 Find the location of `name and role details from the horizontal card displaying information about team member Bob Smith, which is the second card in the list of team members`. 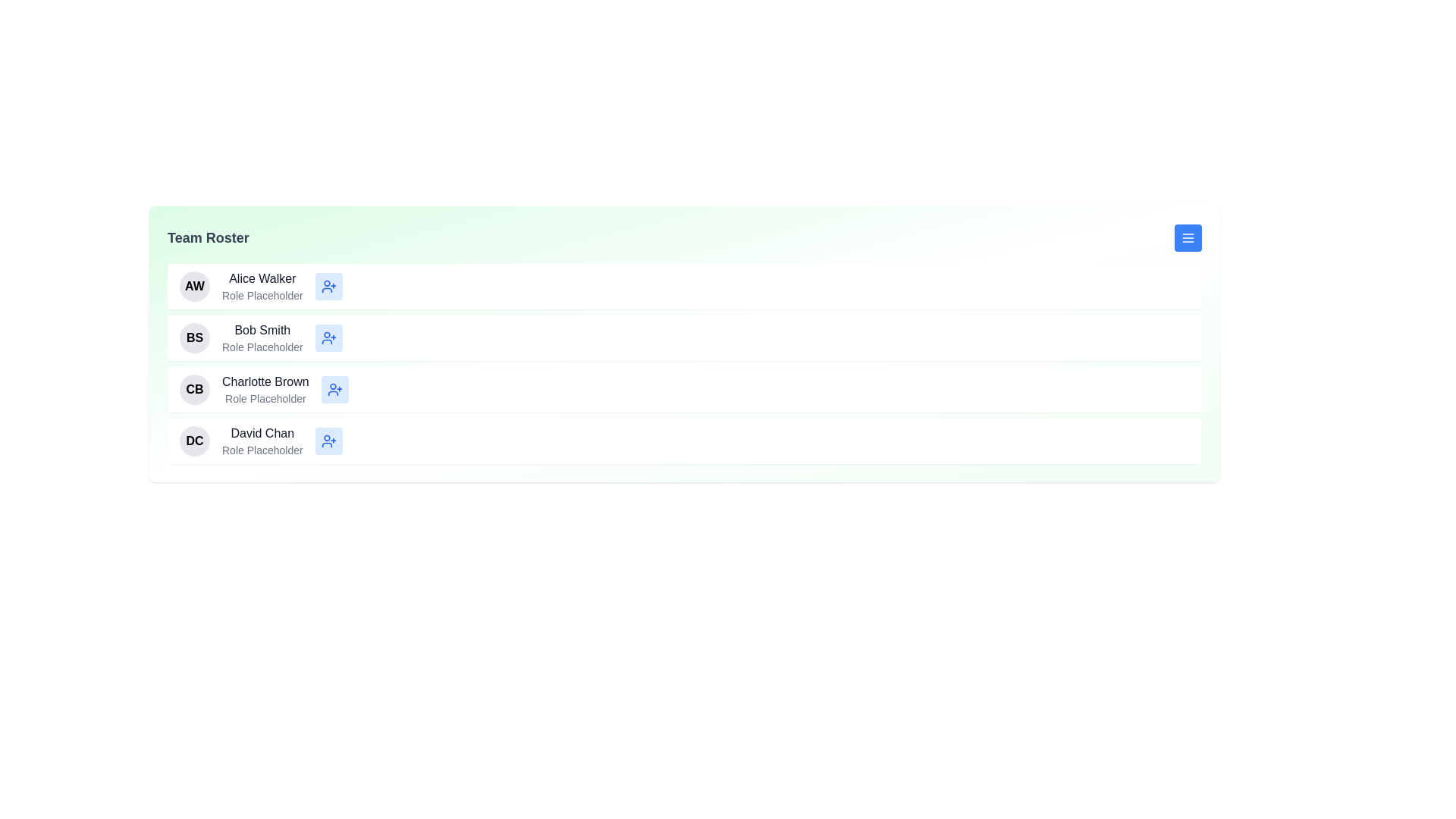

name and role details from the horizontal card displaying information about team member Bob Smith, which is the second card in the list of team members is located at coordinates (683, 337).